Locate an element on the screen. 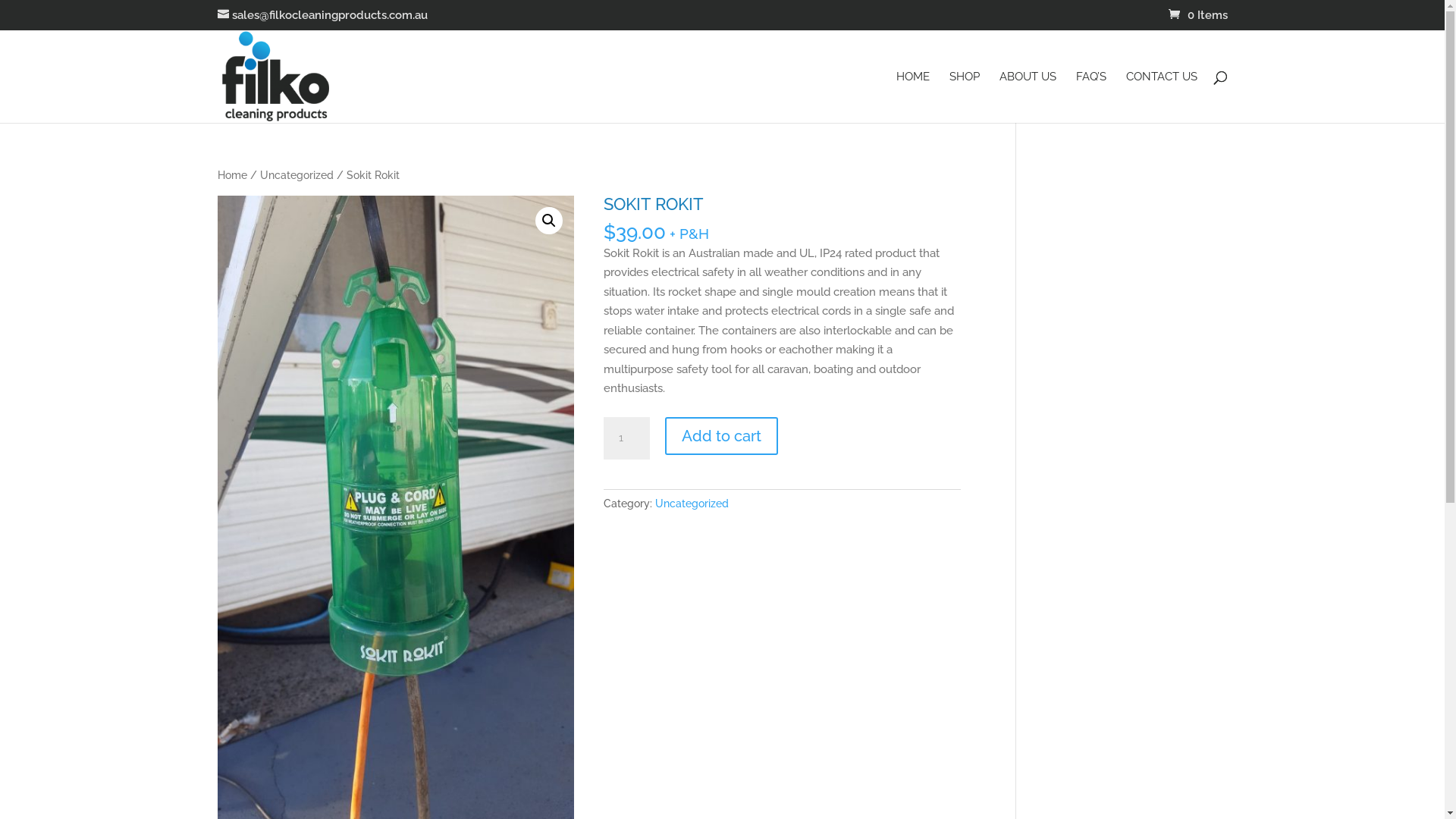 This screenshot has height=819, width=1456. 'ABOUT US' is located at coordinates (1028, 96).